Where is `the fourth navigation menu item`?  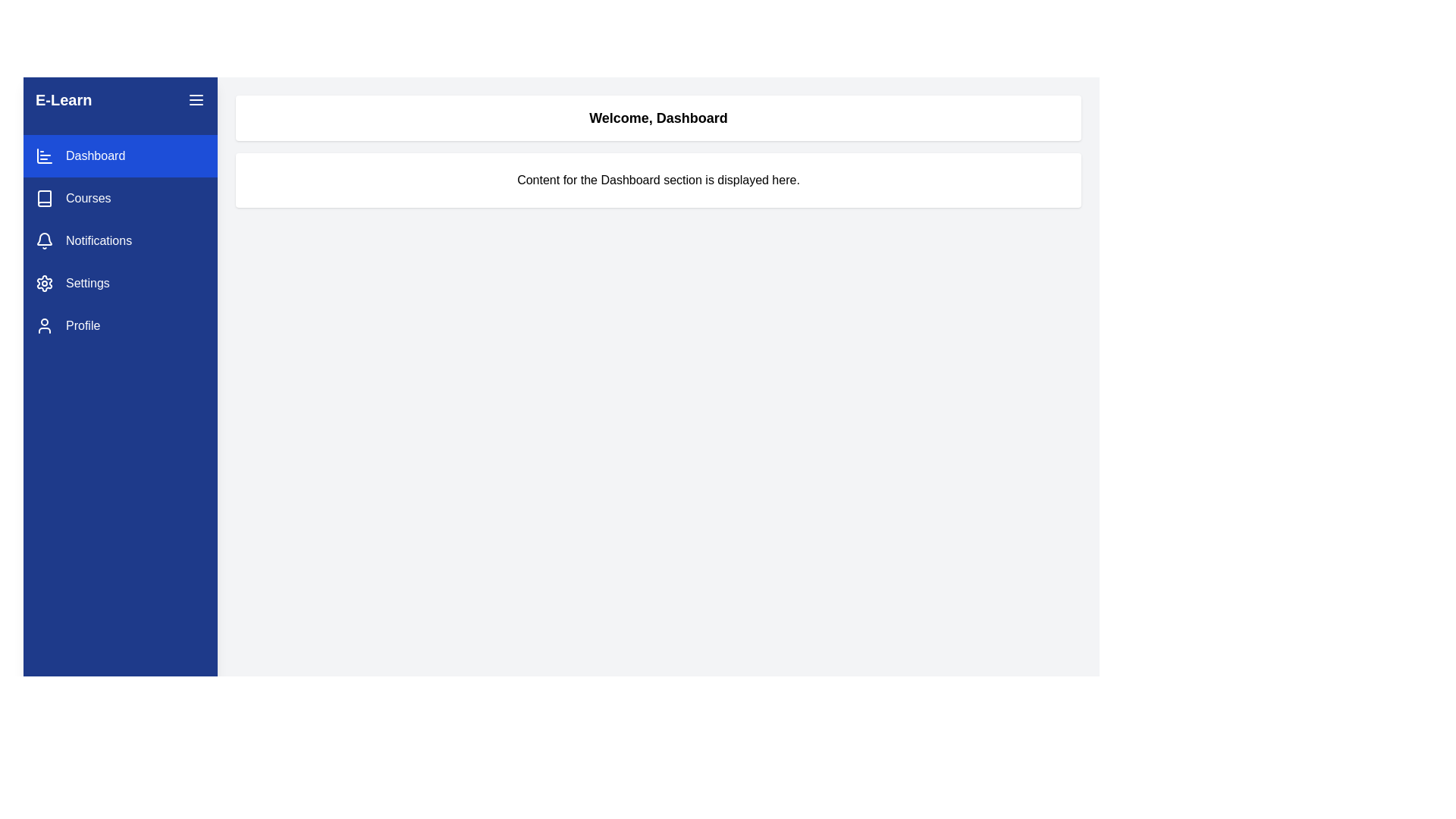 the fourth navigation menu item is located at coordinates (119, 284).